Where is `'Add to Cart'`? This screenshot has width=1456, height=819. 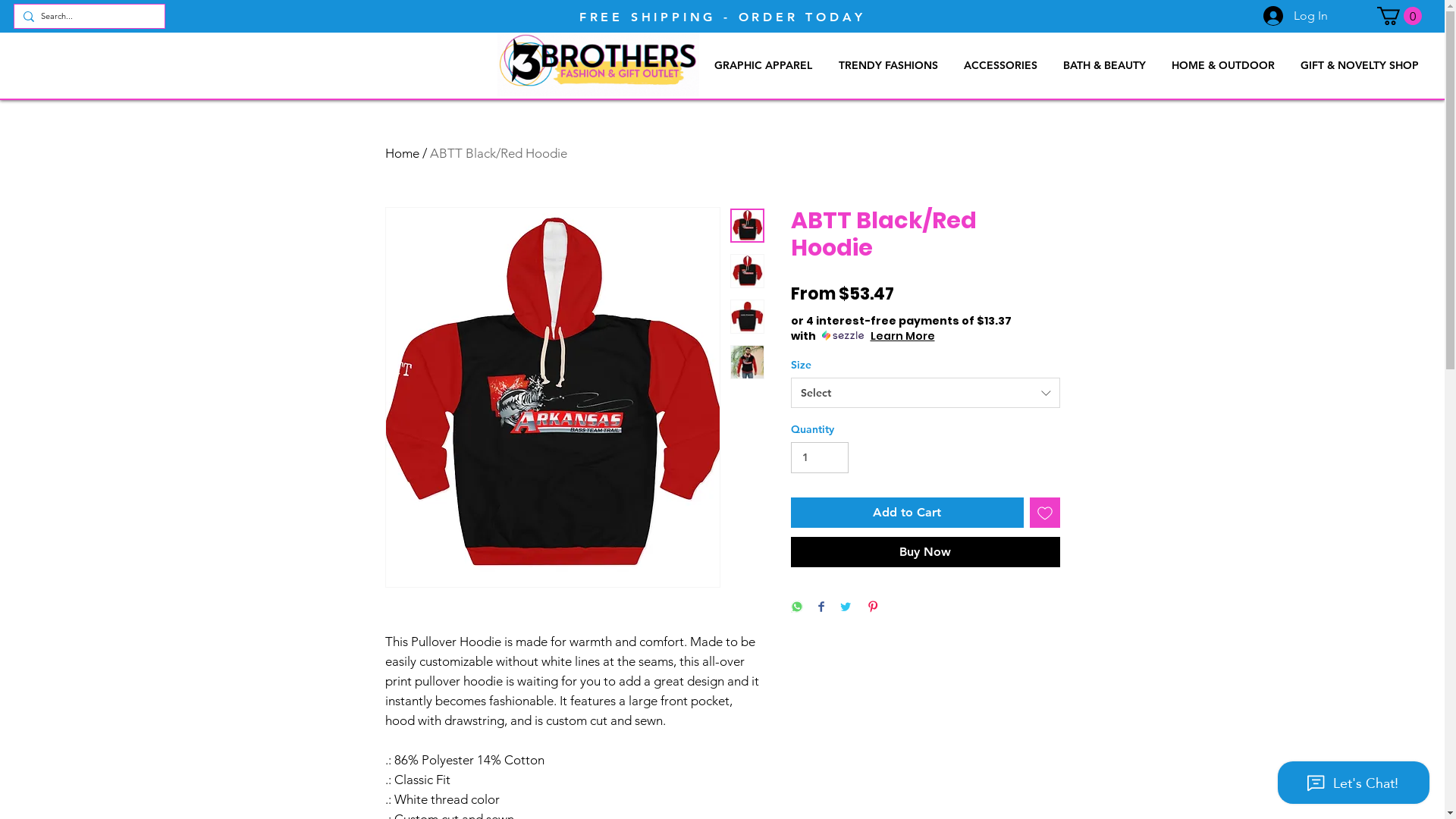
'Add to Cart' is located at coordinates (906, 512).